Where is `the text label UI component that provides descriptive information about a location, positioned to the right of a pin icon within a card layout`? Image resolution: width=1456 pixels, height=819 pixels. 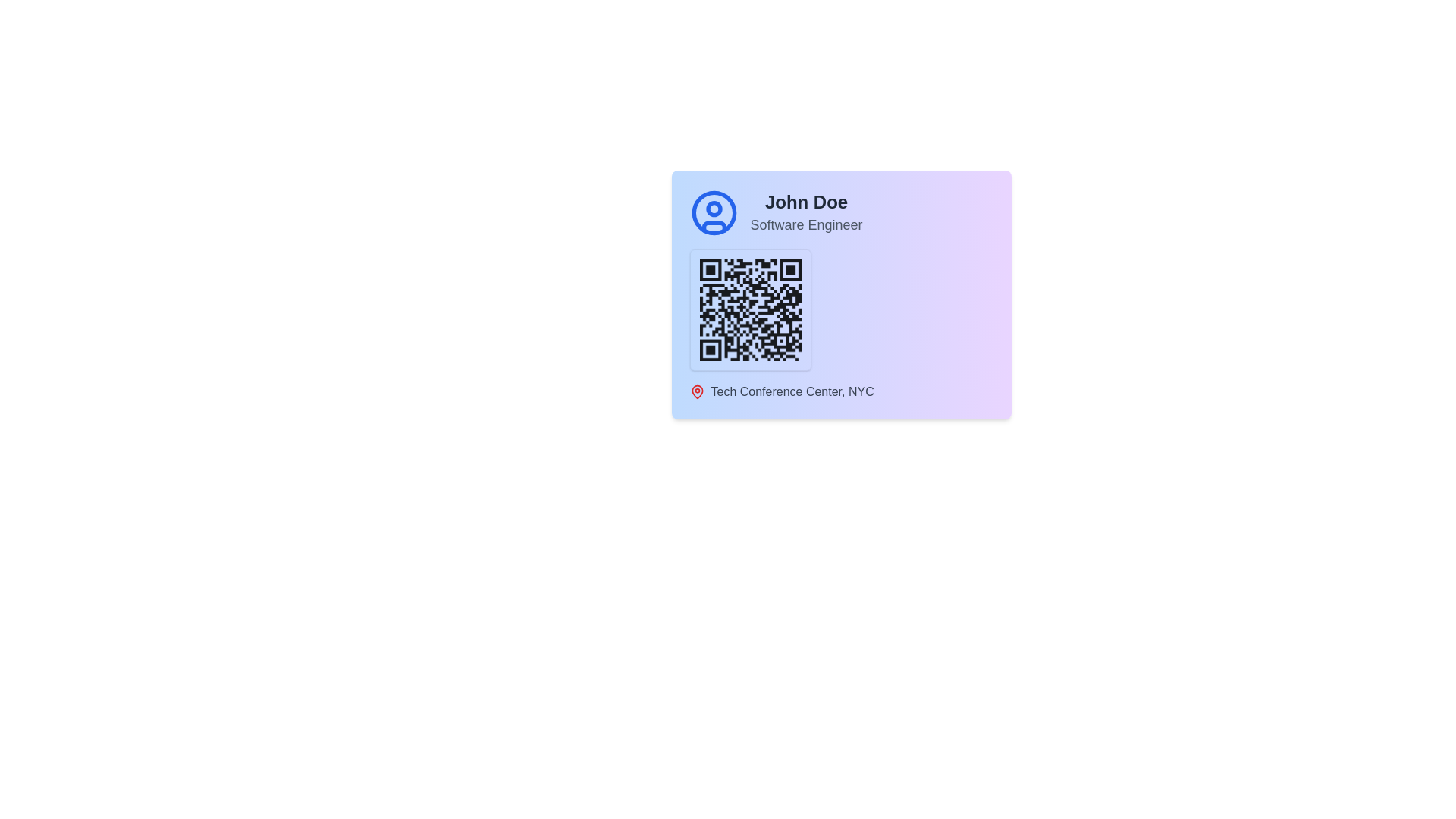
the text label UI component that provides descriptive information about a location, positioned to the right of a pin icon within a card layout is located at coordinates (792, 391).